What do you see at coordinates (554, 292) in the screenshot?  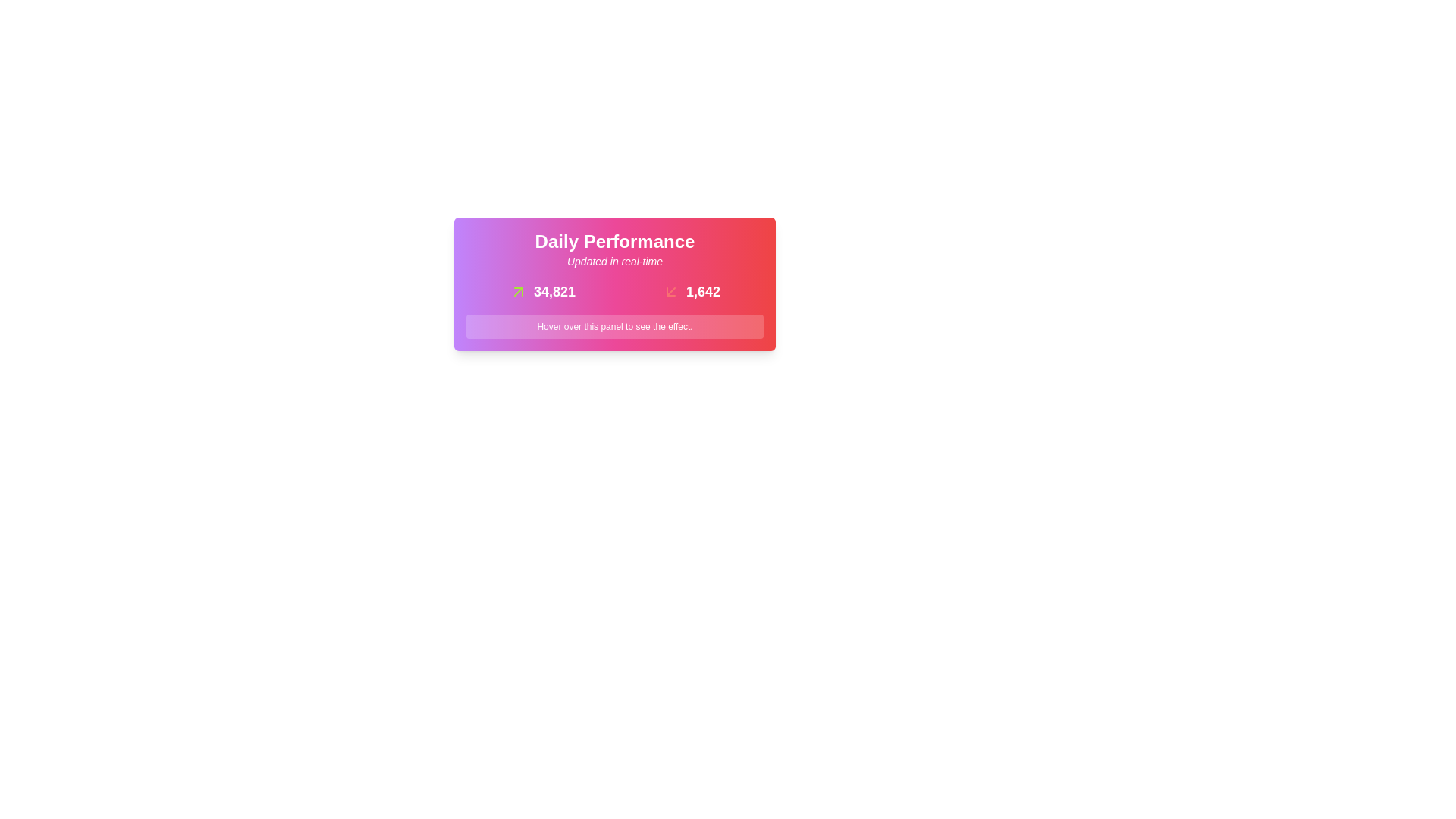 I see `displayed number '34,821' in bold font on the 'Daily Performance' panel, located to the left of the green upward arrow icon` at bounding box center [554, 292].